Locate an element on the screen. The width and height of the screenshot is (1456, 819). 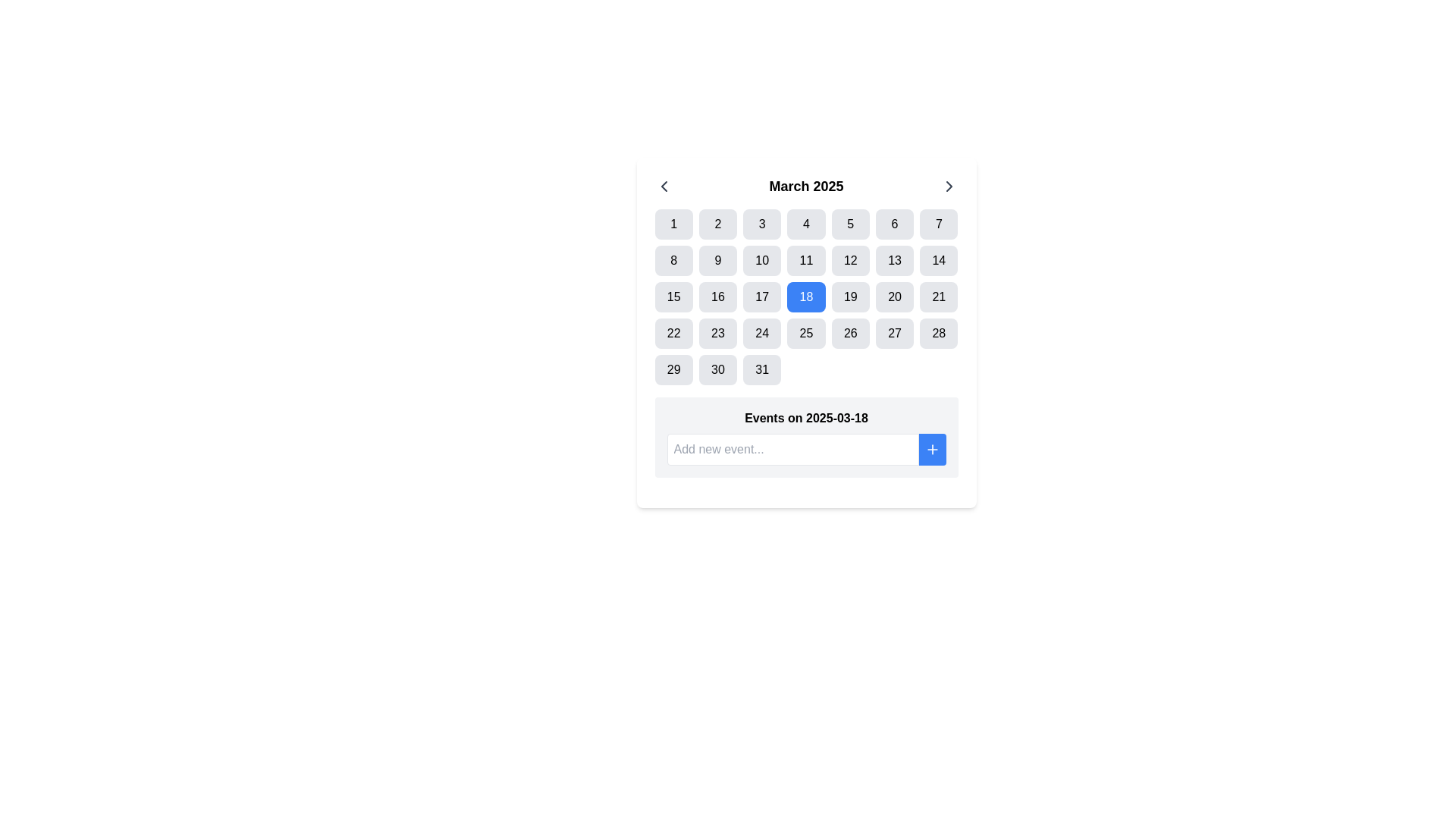
the heading text indicating the selected date for events, which is centrally located below the calendar grid is located at coordinates (805, 418).